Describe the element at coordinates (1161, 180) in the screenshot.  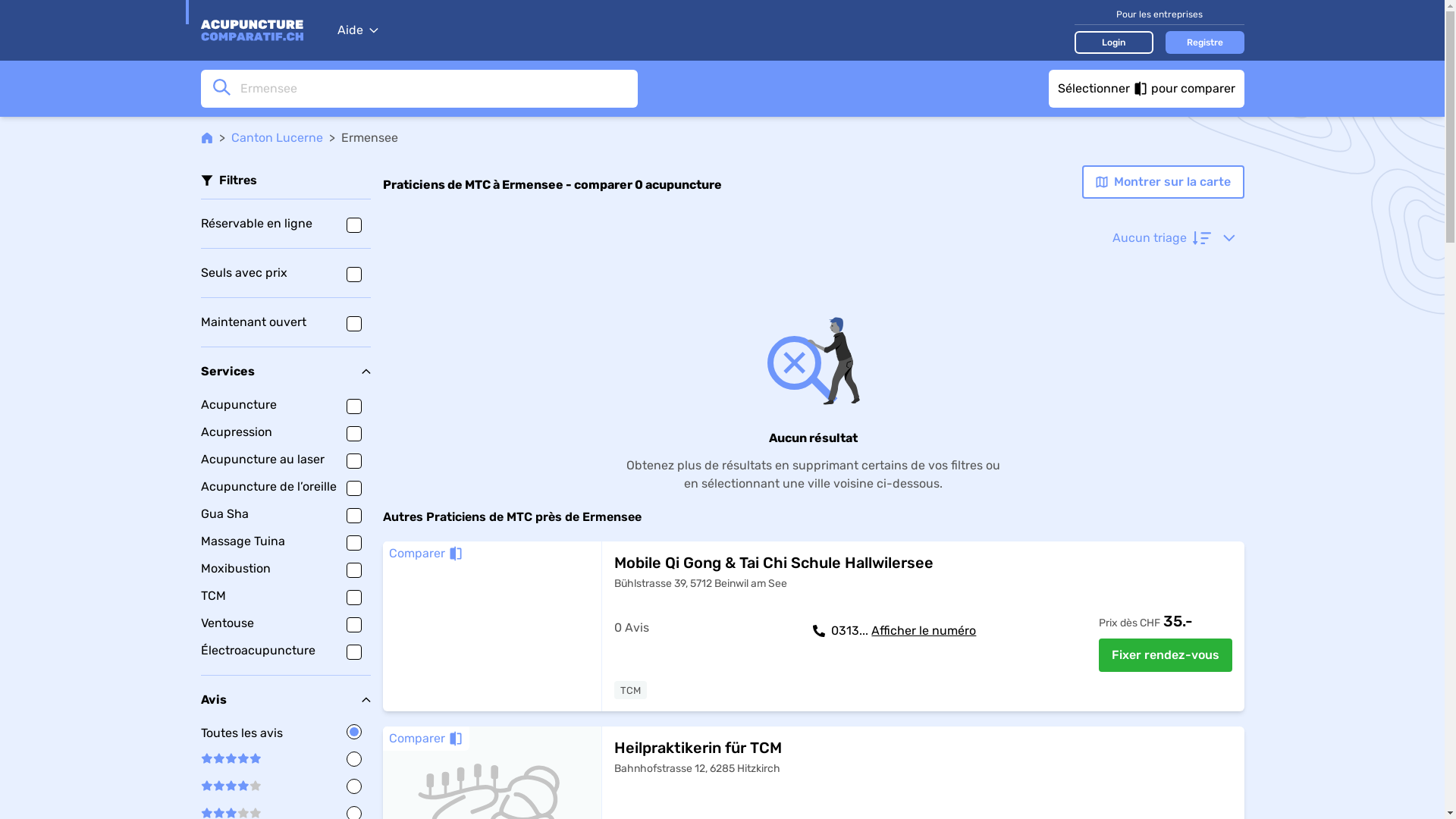
I see `'Montrer sur la carte'` at that location.